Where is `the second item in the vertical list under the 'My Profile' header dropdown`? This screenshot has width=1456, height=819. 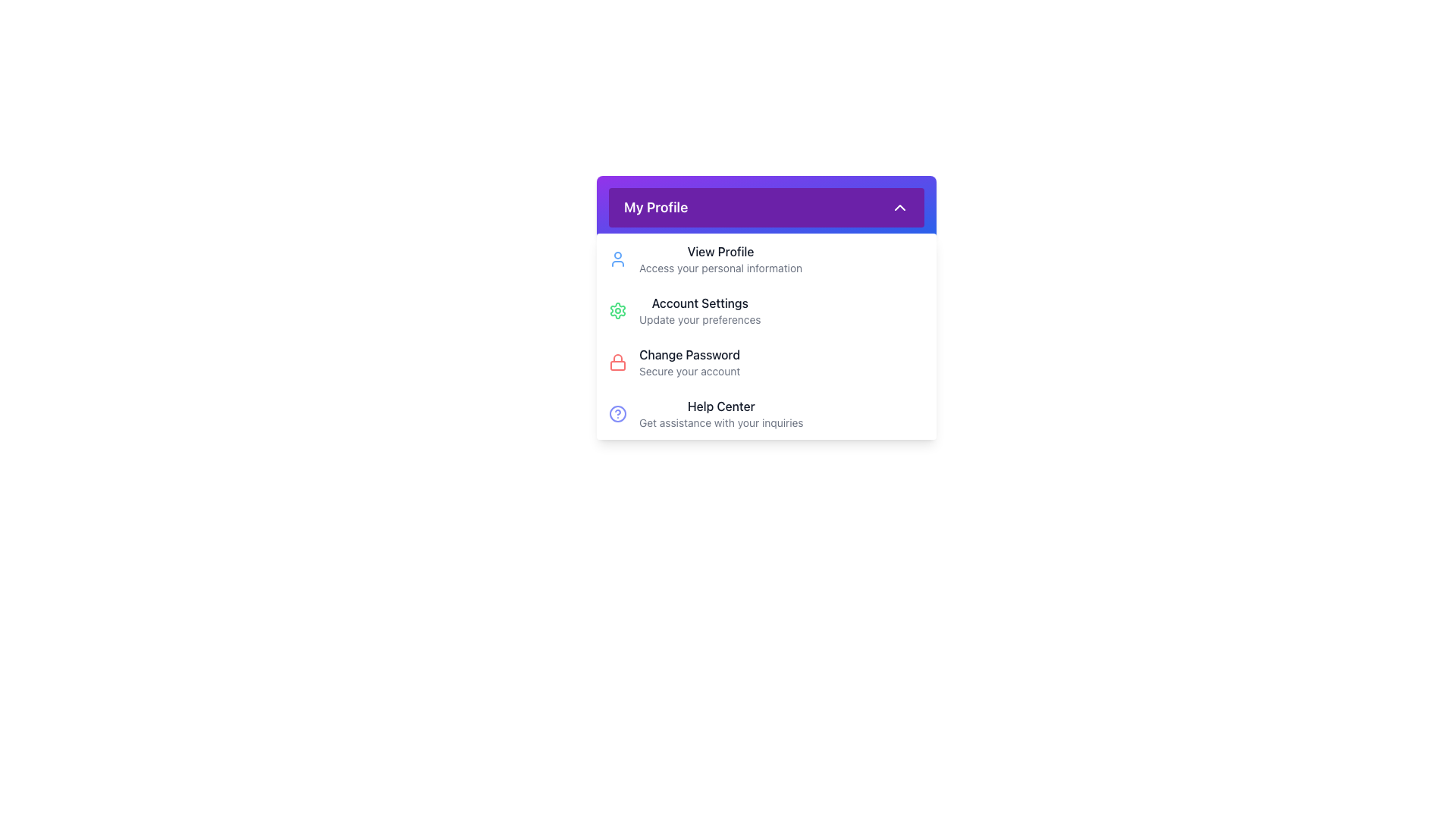 the second item in the vertical list under the 'My Profile' header dropdown is located at coordinates (698, 309).